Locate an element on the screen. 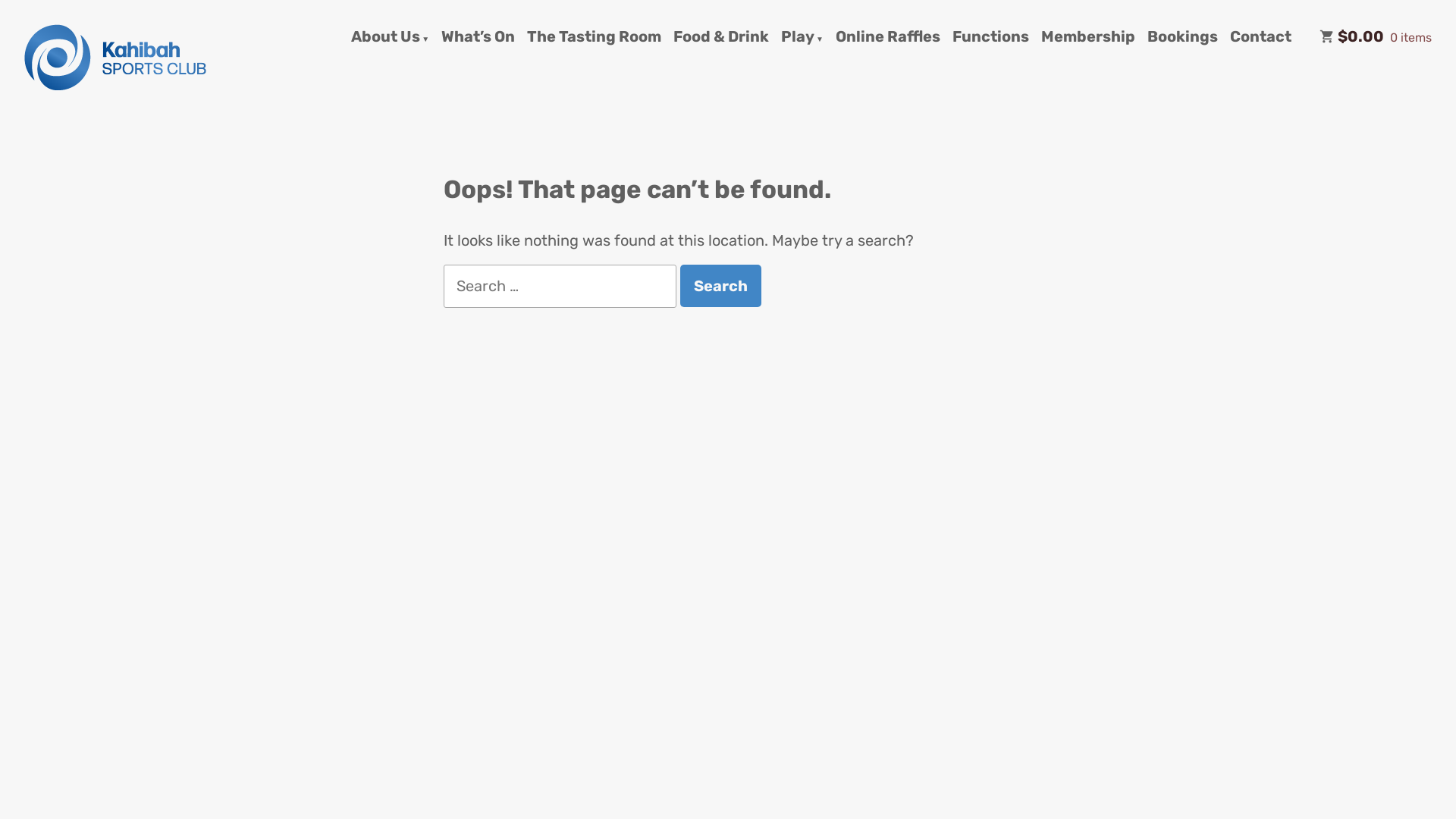 This screenshot has width=1456, height=819. 'Online Raffles' is located at coordinates (888, 36).